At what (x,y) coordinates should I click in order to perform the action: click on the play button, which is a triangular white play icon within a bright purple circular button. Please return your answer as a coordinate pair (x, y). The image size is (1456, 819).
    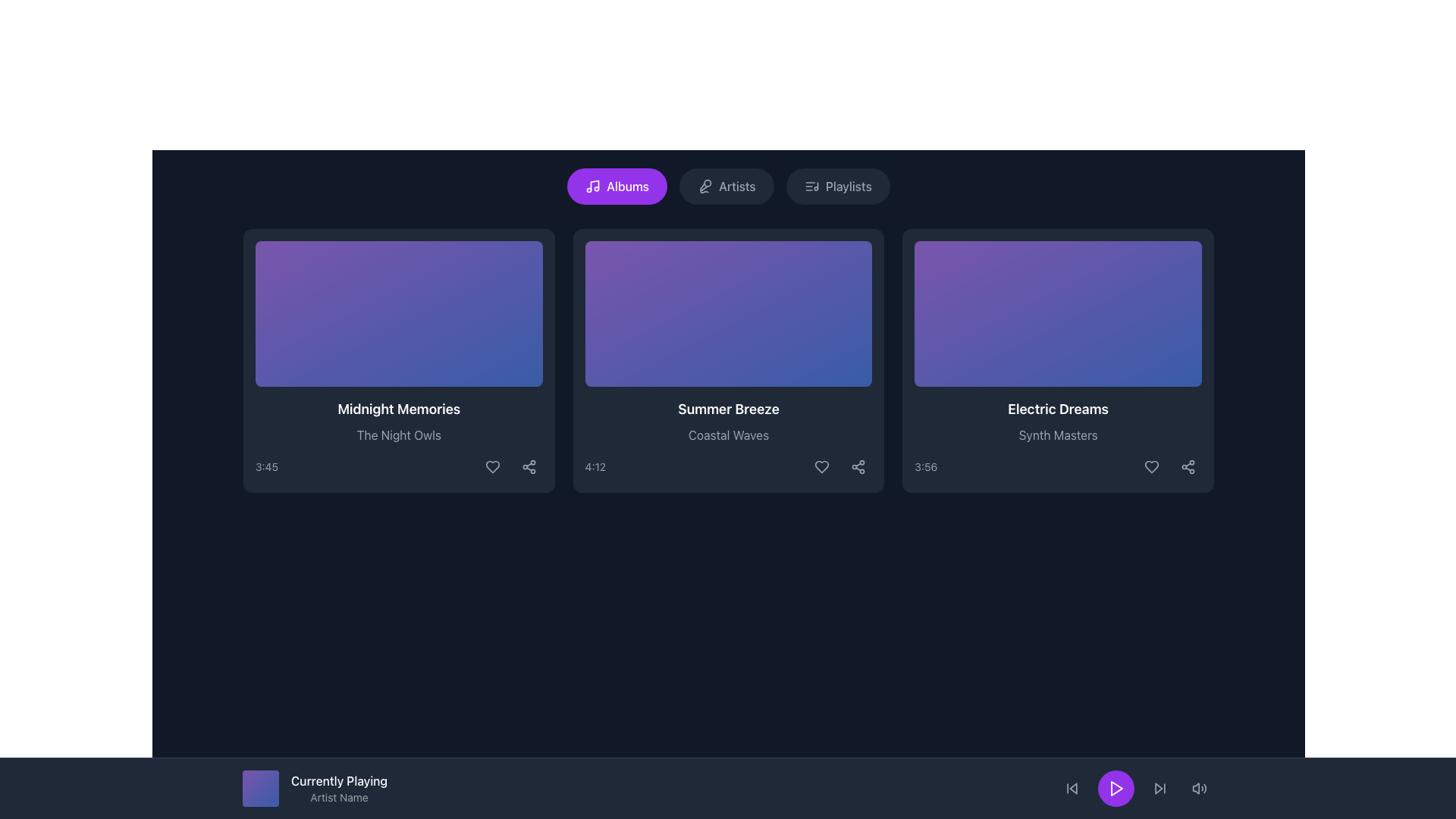
    Looking at the image, I should click on (1117, 788).